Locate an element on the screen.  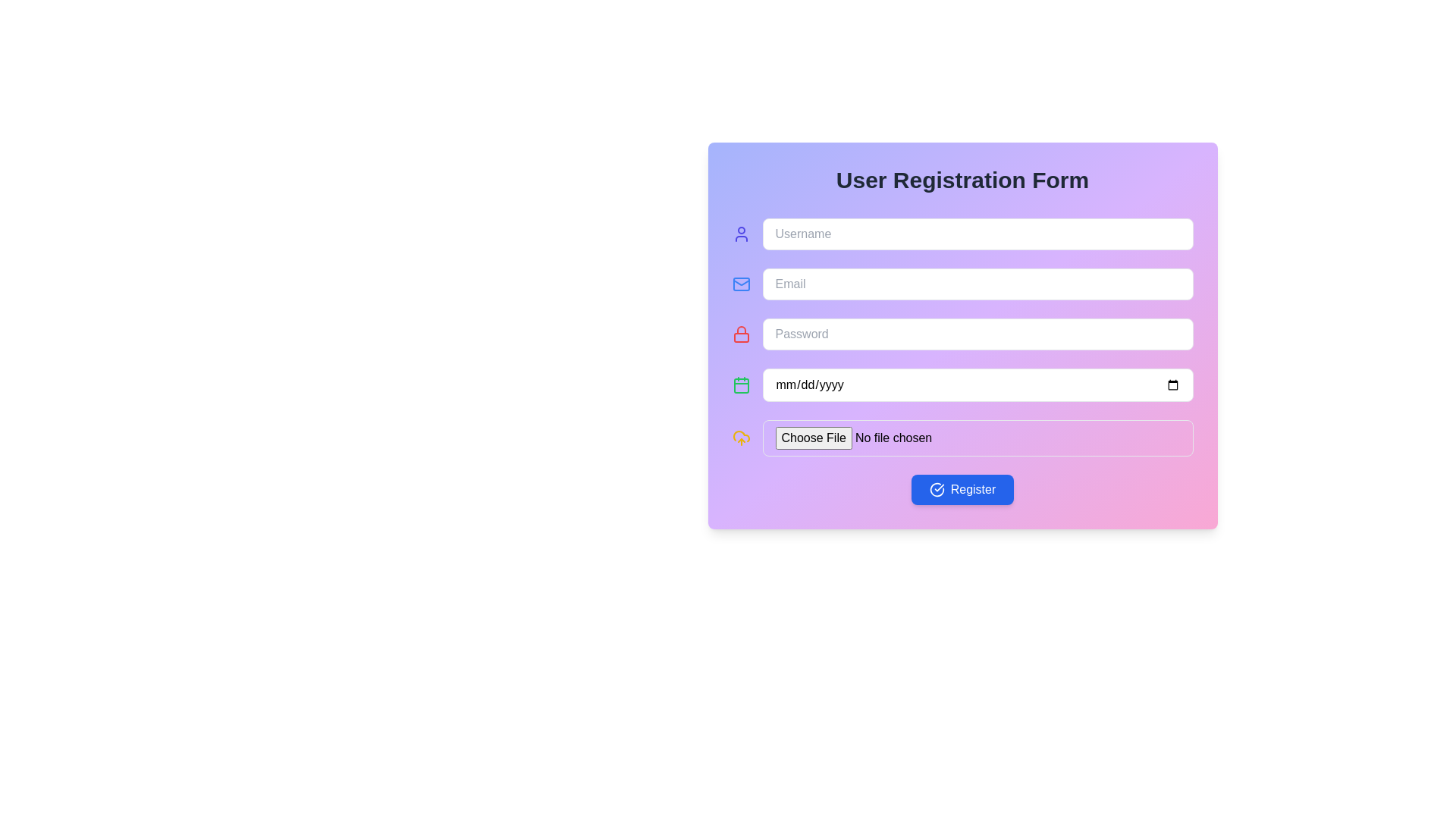
the calendar icon with a green outline, which is located to the left of the date input field is located at coordinates (741, 384).